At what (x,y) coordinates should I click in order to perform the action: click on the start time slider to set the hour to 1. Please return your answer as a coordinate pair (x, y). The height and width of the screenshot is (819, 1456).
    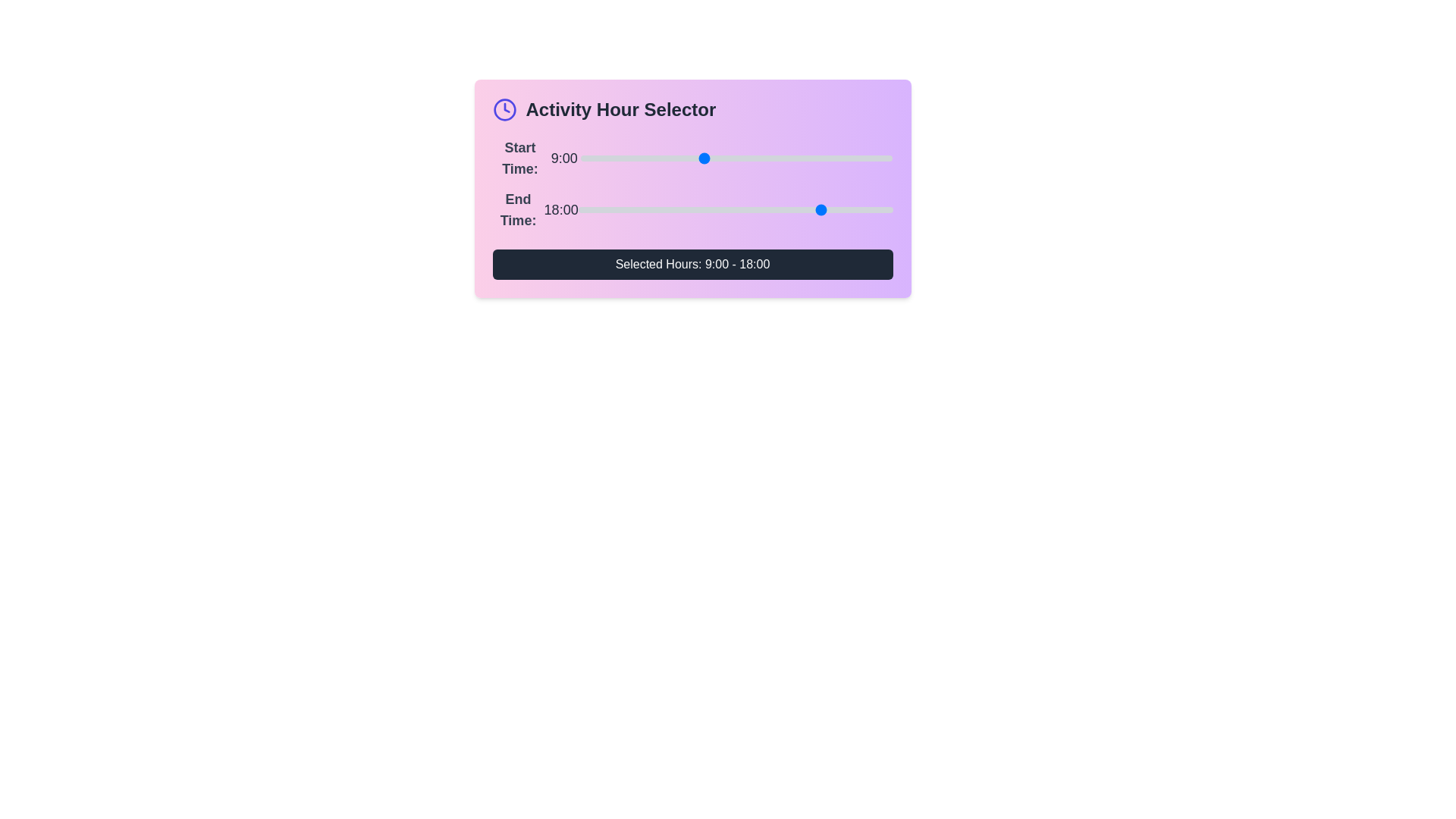
    Looking at the image, I should click on (593, 158).